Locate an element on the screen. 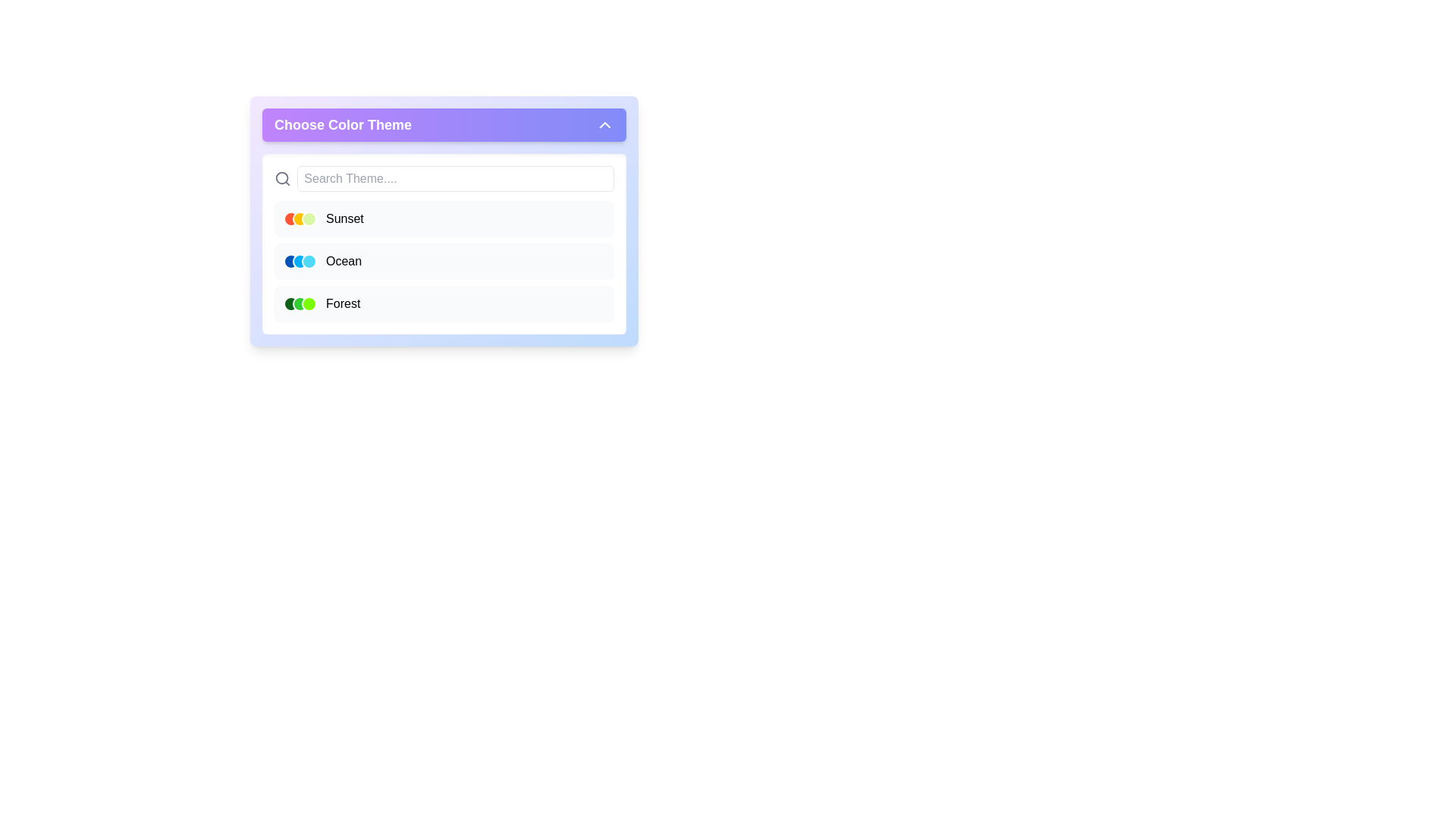  the search icon located in the header of the search section, which is positioned immediately to the left of the 'Search Theme...' input field is located at coordinates (283, 177).